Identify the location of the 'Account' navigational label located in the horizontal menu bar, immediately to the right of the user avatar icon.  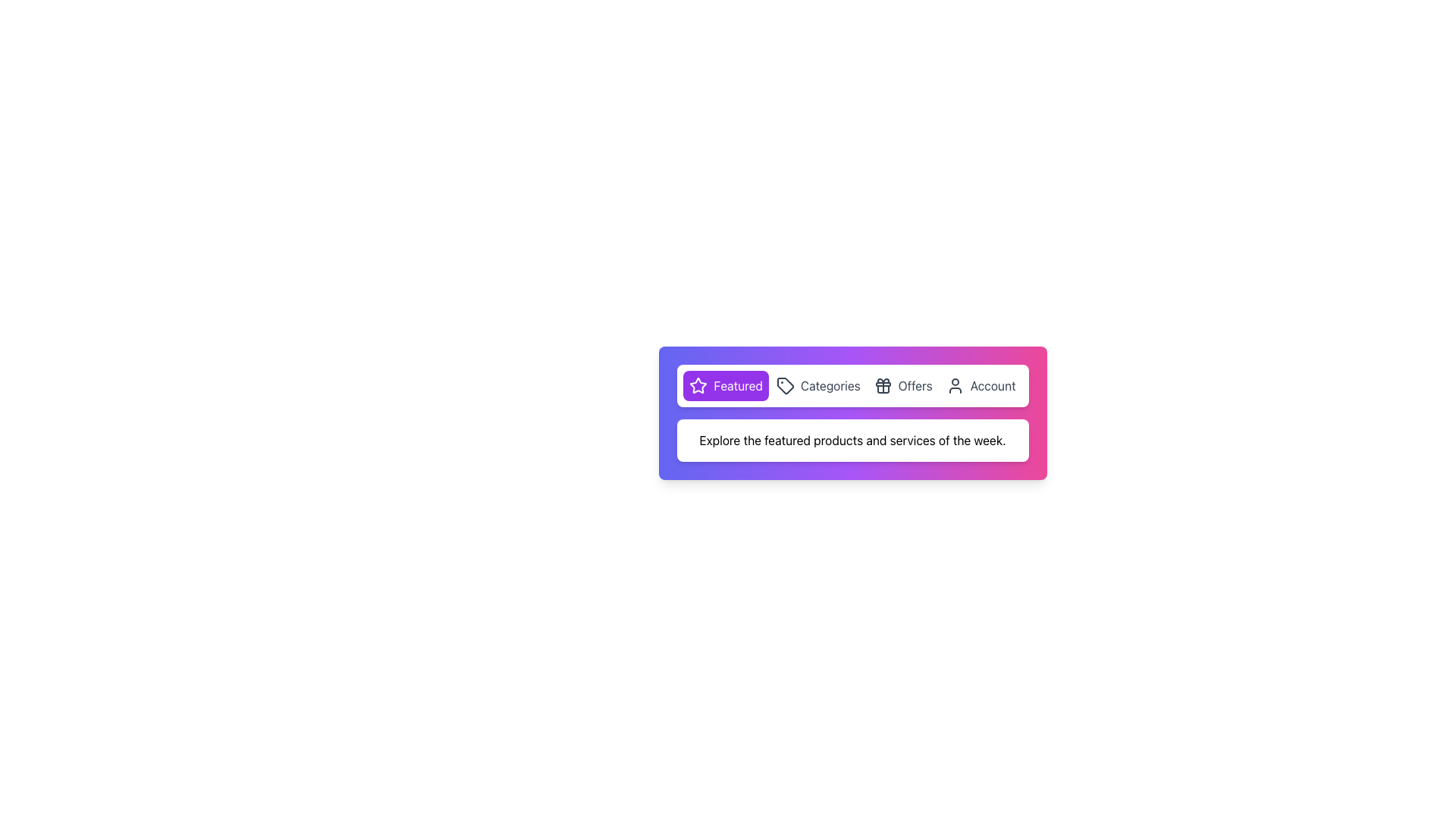
(993, 385).